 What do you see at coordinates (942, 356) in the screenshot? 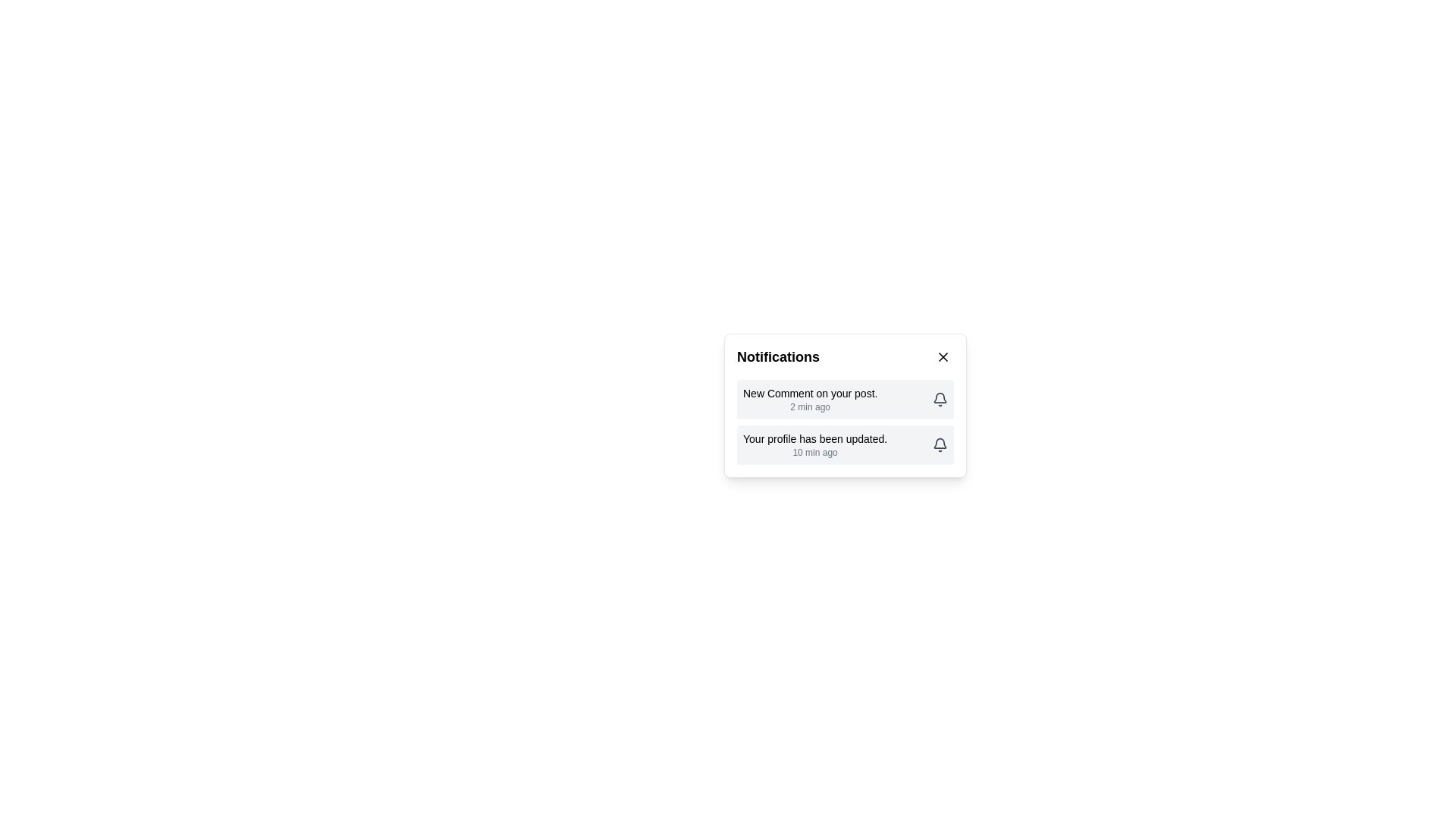
I see `the close button located in the top-right corner of the 'Notifications' section` at bounding box center [942, 356].